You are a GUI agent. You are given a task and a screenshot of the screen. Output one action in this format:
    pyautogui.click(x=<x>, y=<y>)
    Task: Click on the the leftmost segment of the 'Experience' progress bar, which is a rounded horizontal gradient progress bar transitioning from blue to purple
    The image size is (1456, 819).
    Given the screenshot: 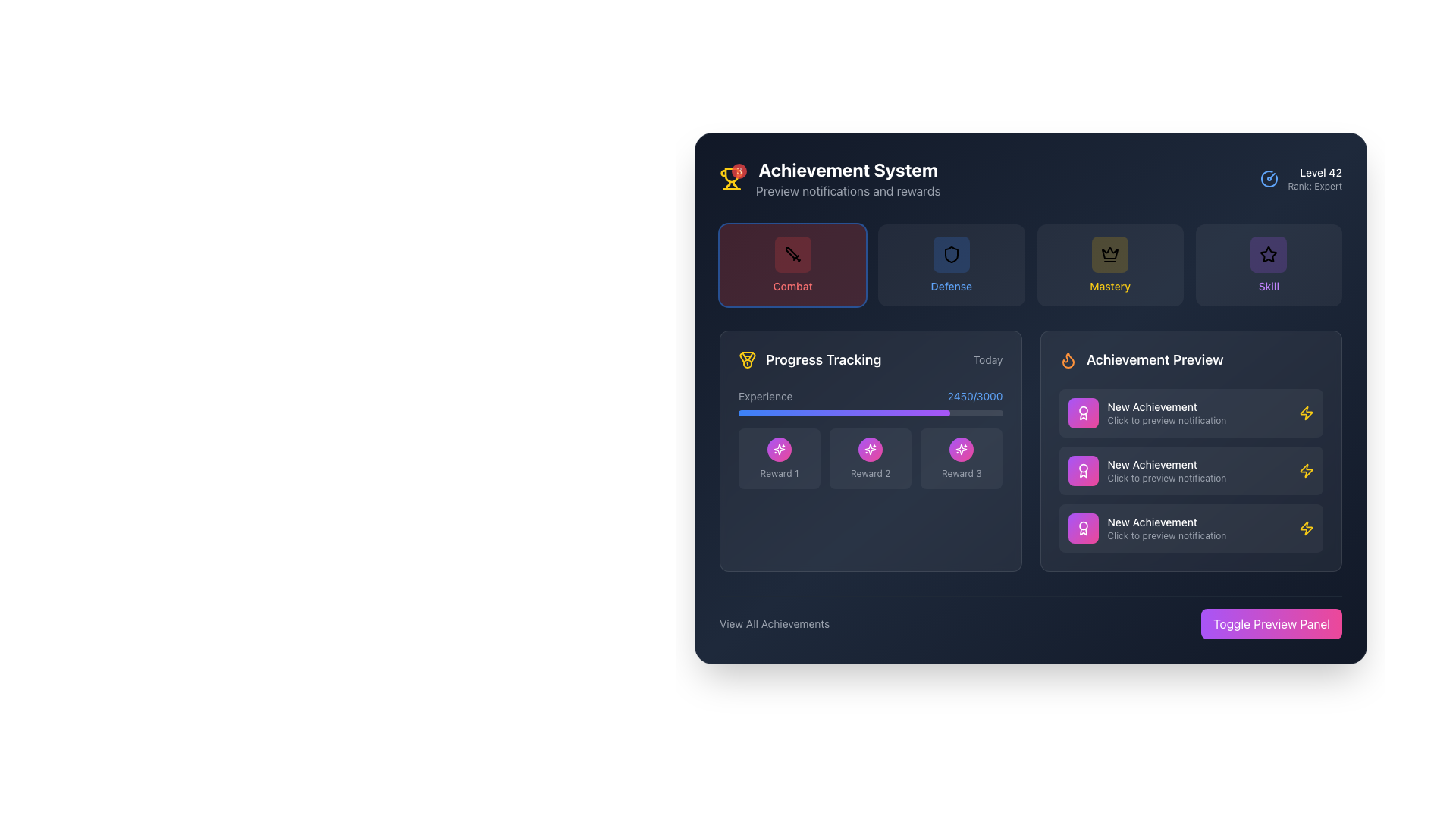 What is the action you would take?
    pyautogui.click(x=843, y=413)
    